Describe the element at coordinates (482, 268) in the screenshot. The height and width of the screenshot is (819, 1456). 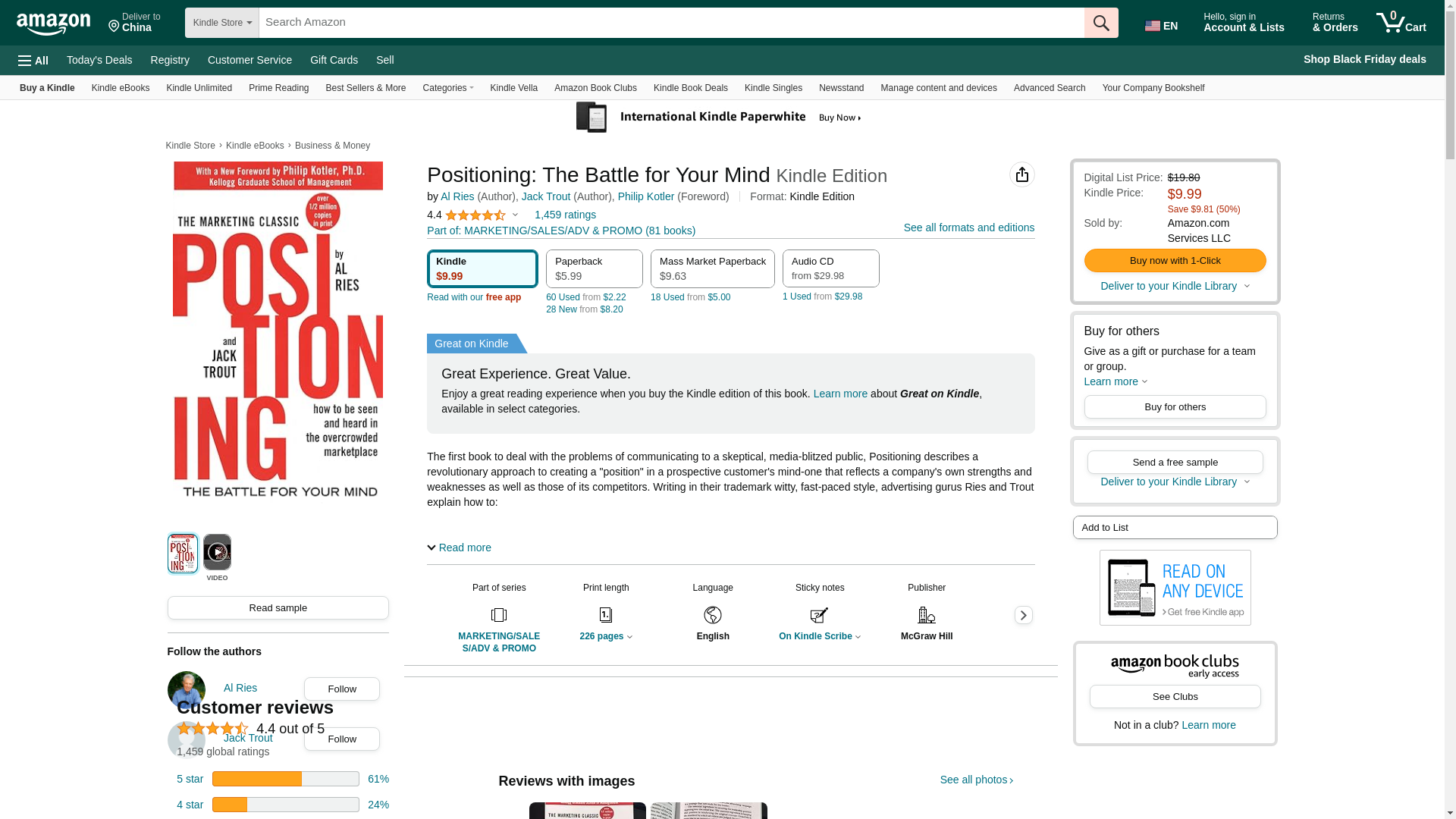
I see `'Kindle` at that location.